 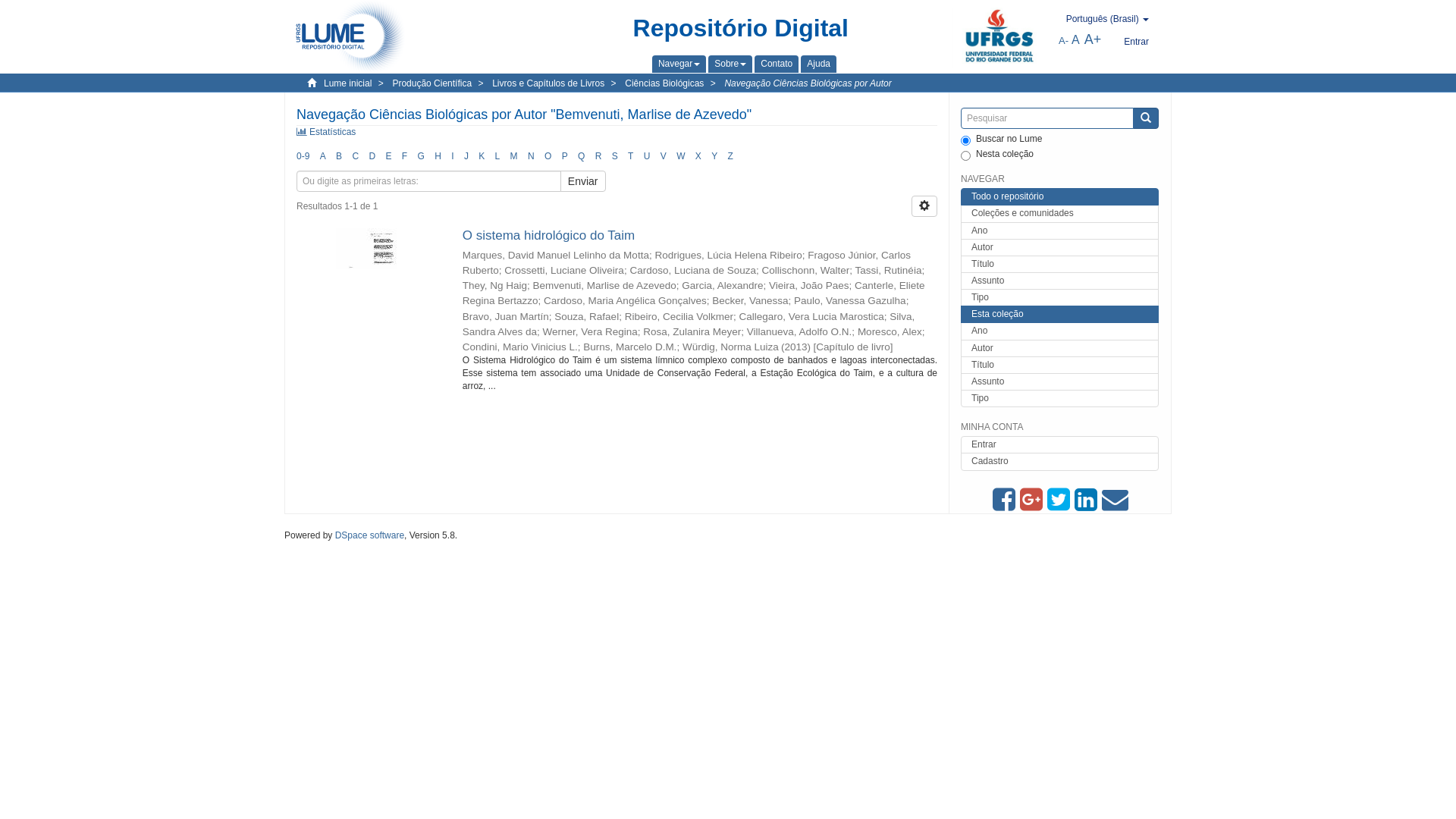 What do you see at coordinates (999, 36) in the screenshot?
I see `'UFRGS'` at bounding box center [999, 36].